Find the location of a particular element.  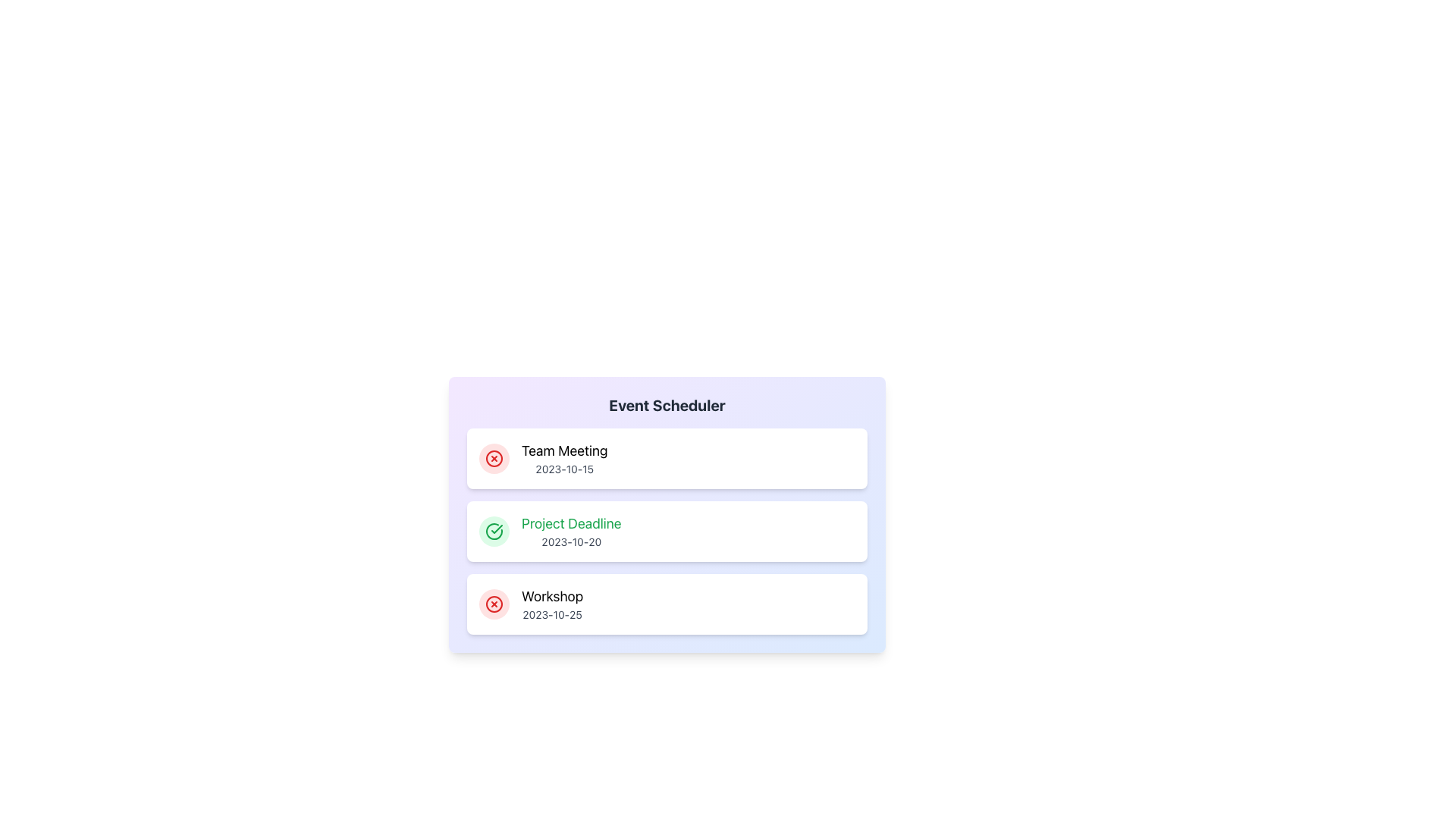

the circular red button with an 'X' symbol, located to the left of the 'Team Meeting' entry dated '2023-10-15' in the 'Event Scheduler' interface is located at coordinates (494, 458).